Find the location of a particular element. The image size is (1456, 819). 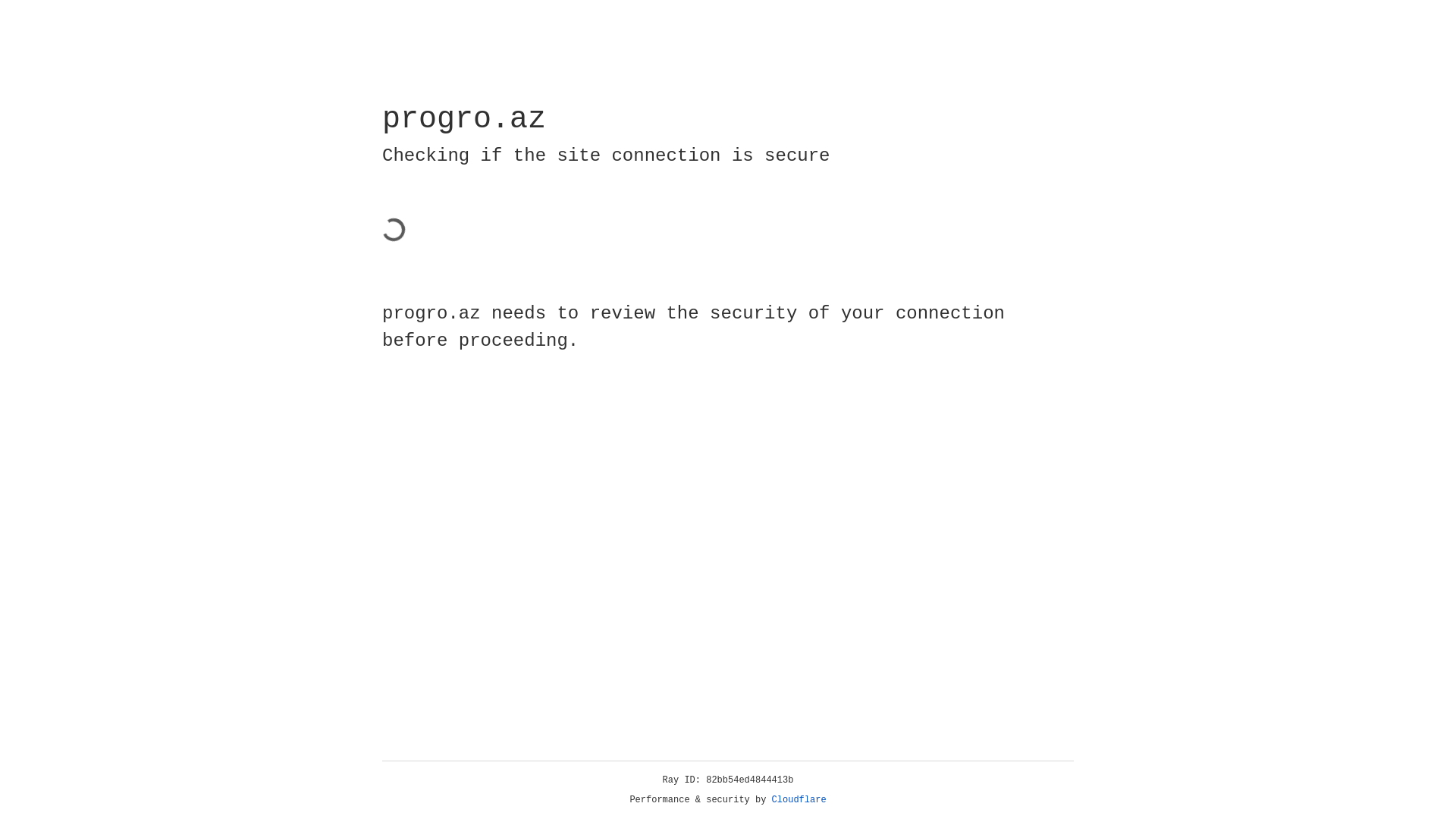

'Cloudflare' is located at coordinates (799, 799).